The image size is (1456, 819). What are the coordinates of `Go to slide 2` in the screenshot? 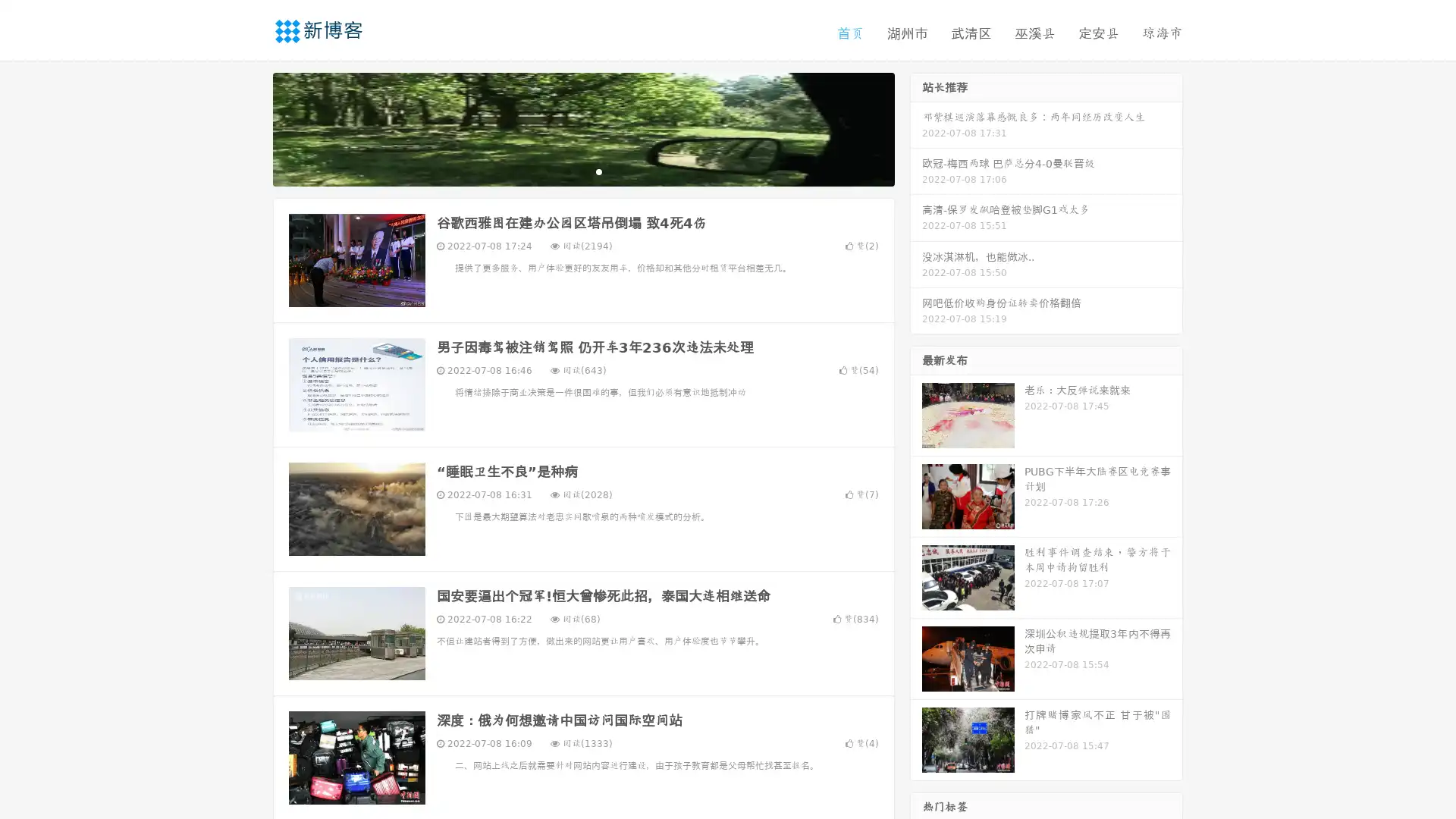 It's located at (582, 171).